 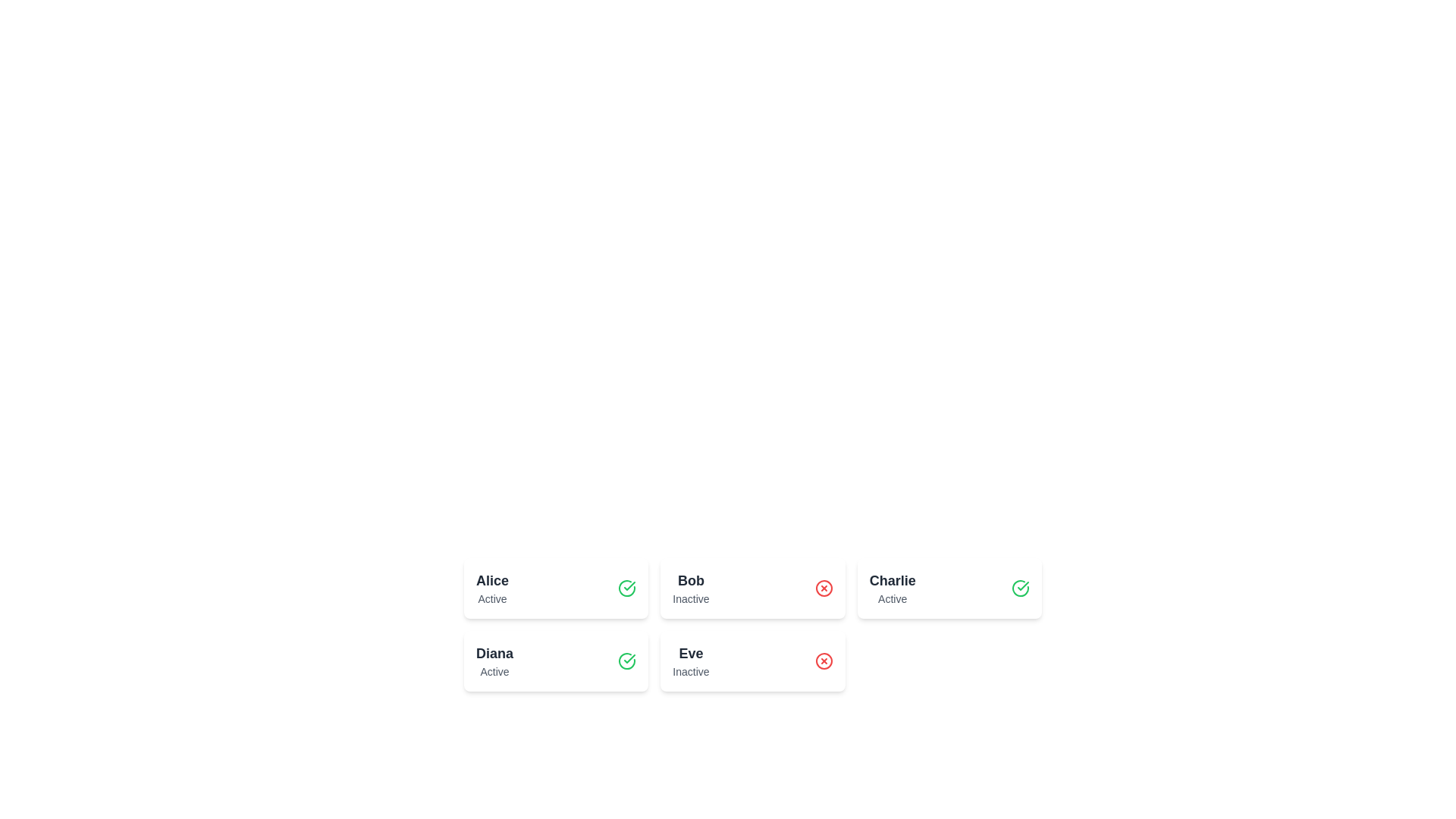 I want to click on the status indicator icon located in the top-right corner of the 'Charlie Active' card, which signifies a positive or successful state, so click(x=1020, y=587).